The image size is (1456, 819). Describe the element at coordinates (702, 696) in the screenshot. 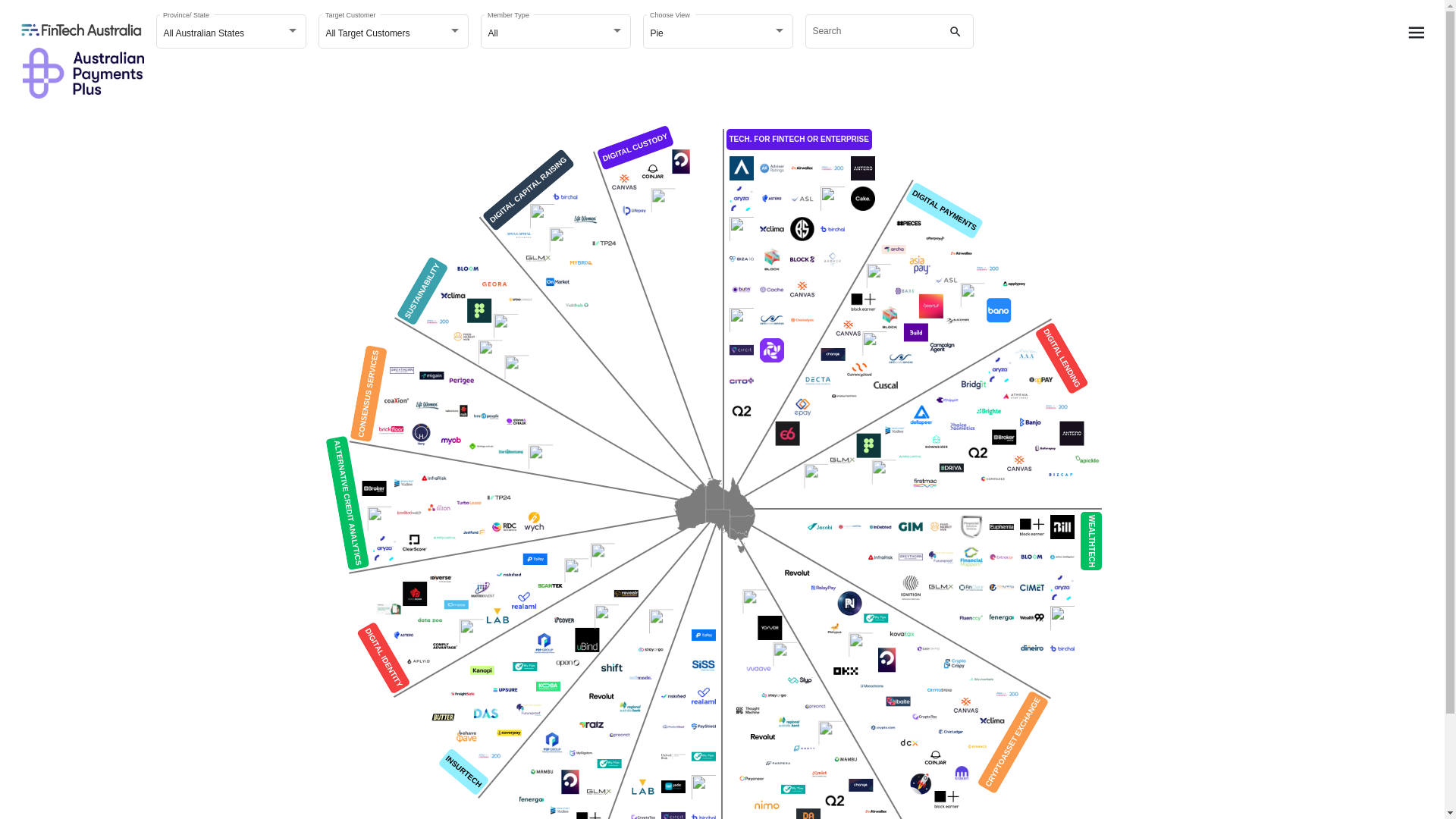

I see `'RealAML Australia Pty Ltd'` at that location.